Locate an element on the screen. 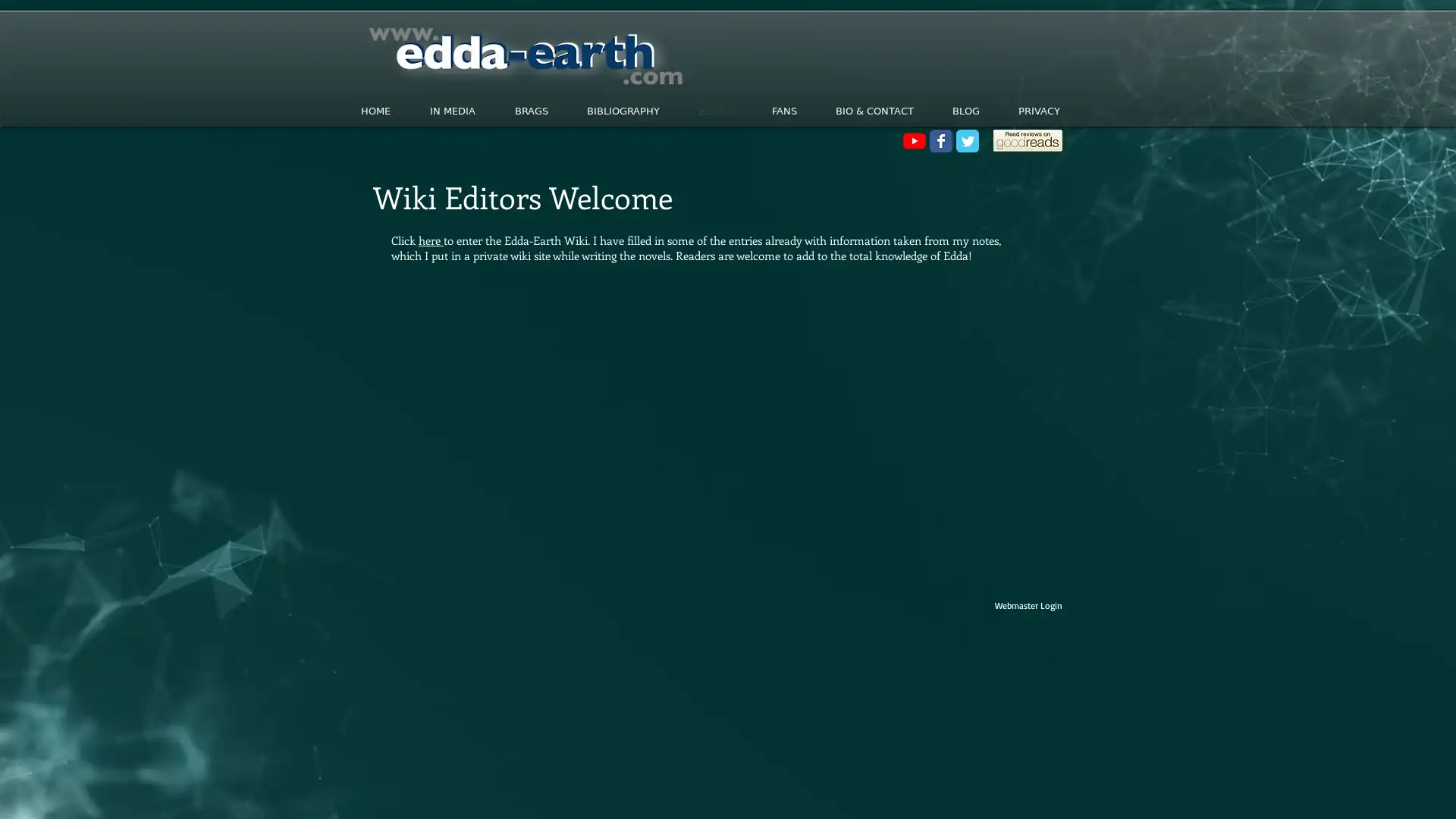  Accept is located at coordinates (1388, 792).